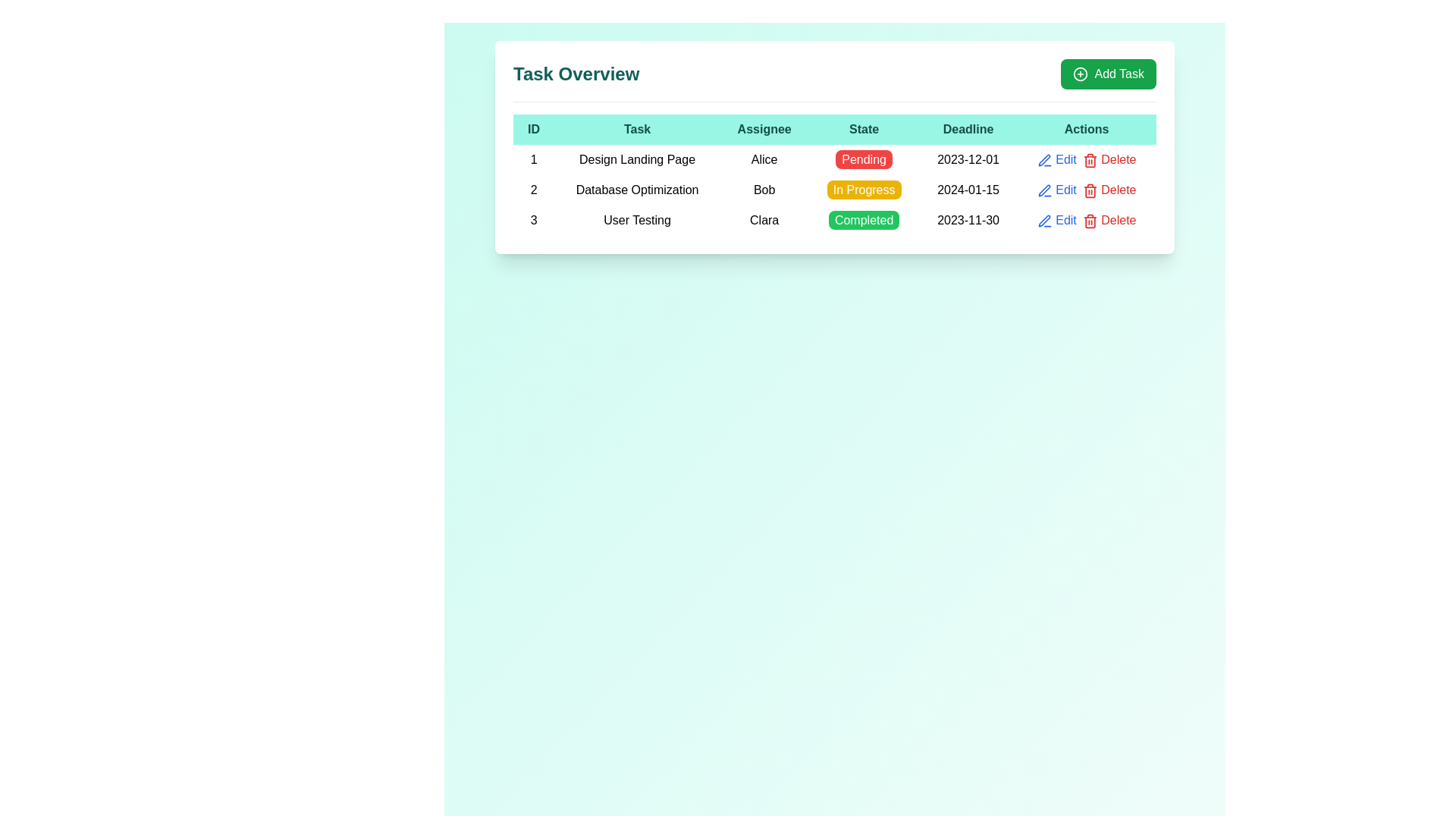 The width and height of the screenshot is (1456, 819). What do you see at coordinates (1043, 190) in the screenshot?
I see `the edit icon, which is a diagonal pen symbol with a blue line stroke, located in the Actions column of the second row (Database Optimization task) in the table` at bounding box center [1043, 190].